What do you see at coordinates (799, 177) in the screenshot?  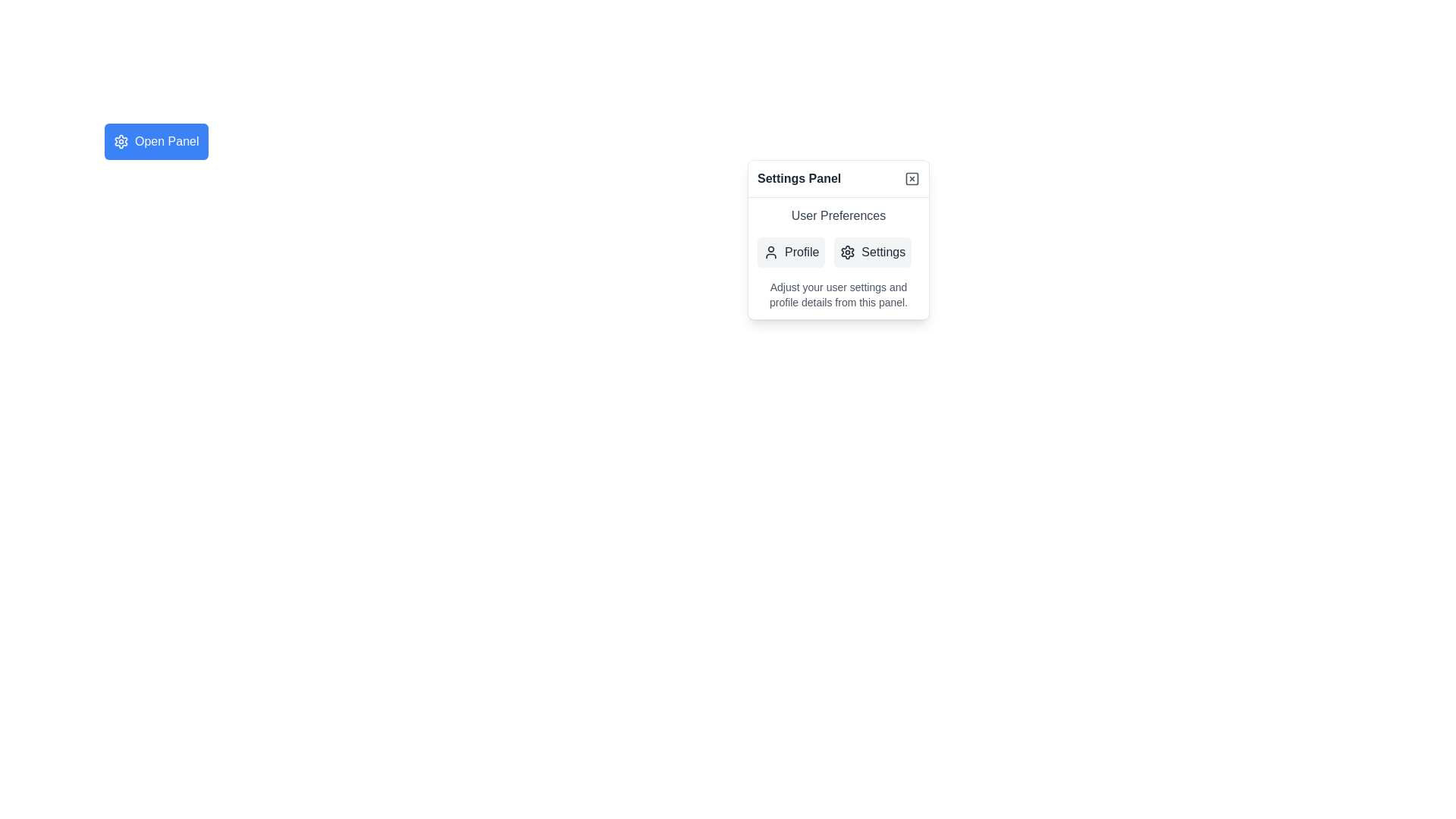 I see `the static text label located in the header section of the settings card, which serves as the title for the section` at bounding box center [799, 177].